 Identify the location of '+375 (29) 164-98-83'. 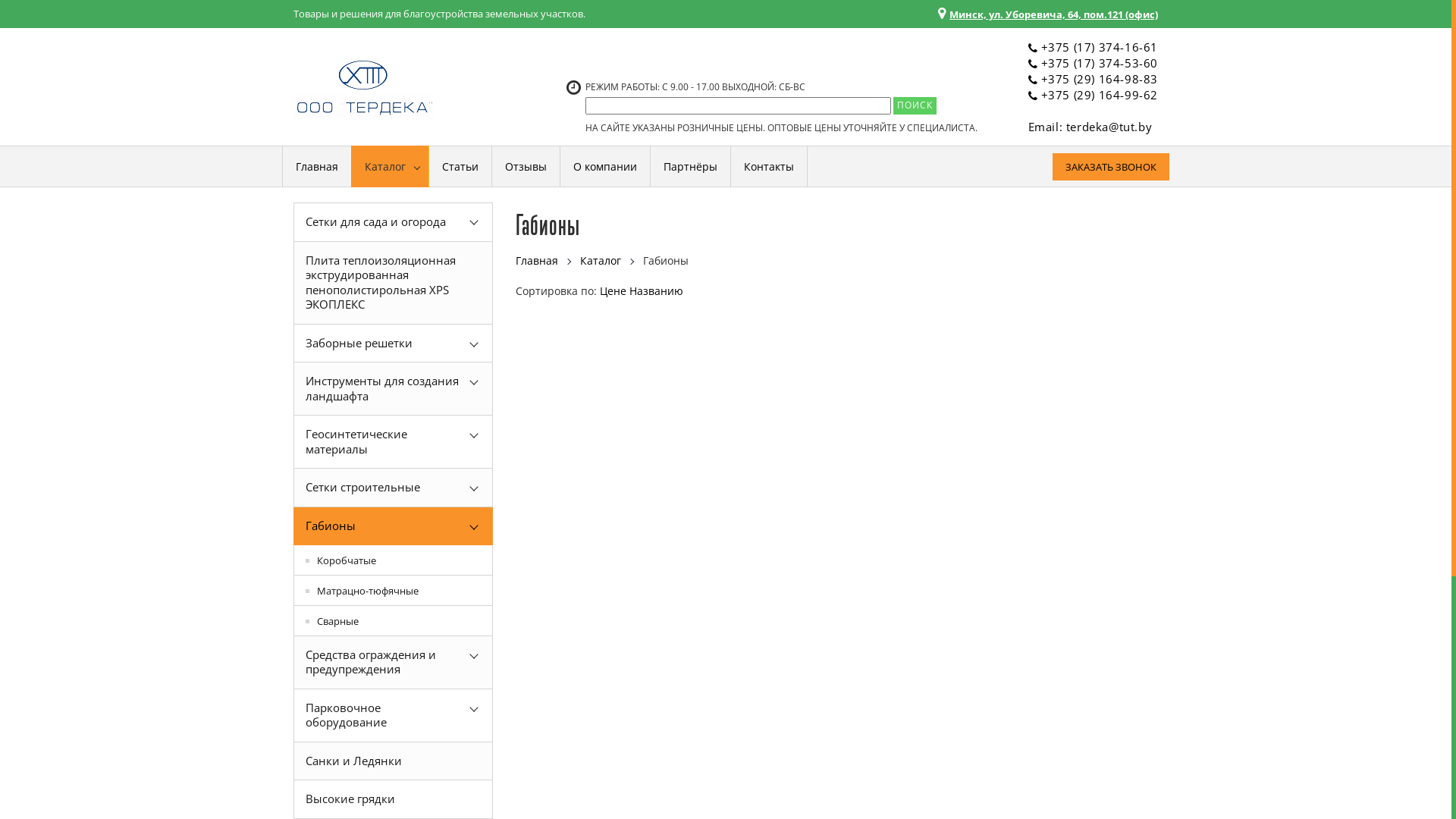
(1099, 79).